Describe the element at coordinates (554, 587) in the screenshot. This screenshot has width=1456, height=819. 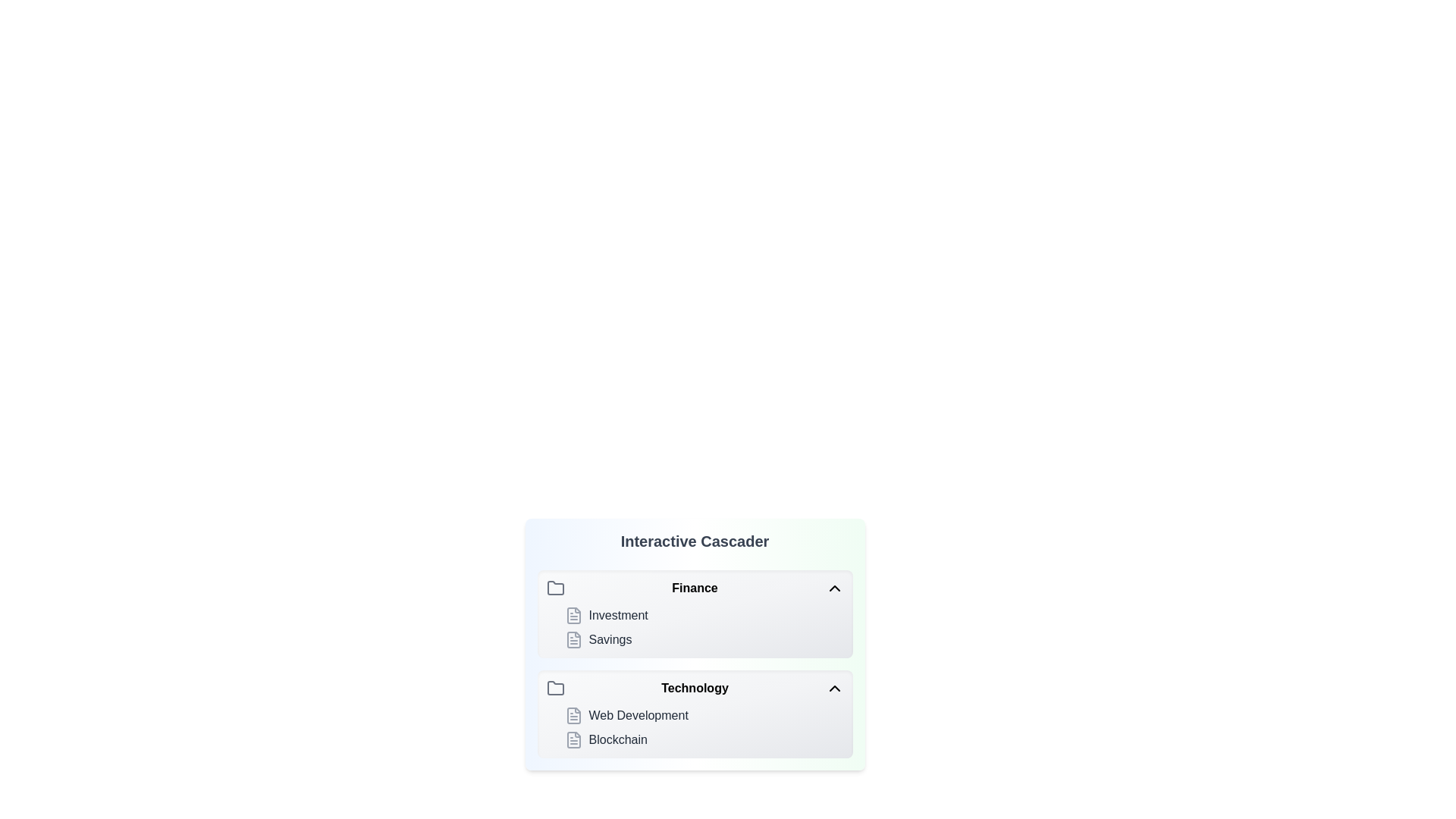
I see `the 'Finance' category icon, which is located at the top-left corner of the 'Finance' section, adjacent to the 'Finance' label` at that location.